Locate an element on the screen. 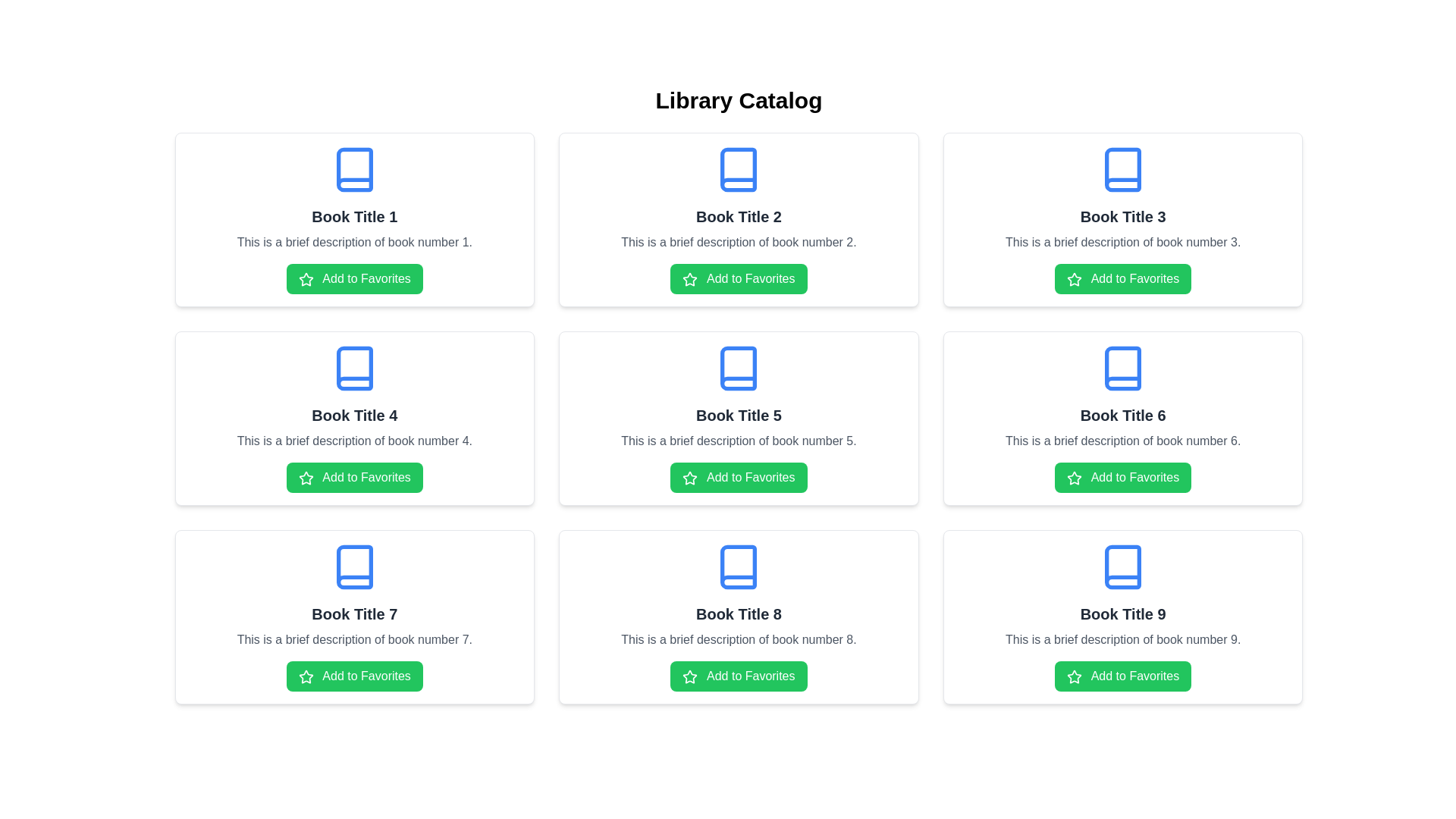 This screenshot has width=1456, height=819. the star icon that symbolizes marking an item as a favorite, located in the 'Add to Favorites' button for 'Book Title 8' is located at coordinates (689, 676).